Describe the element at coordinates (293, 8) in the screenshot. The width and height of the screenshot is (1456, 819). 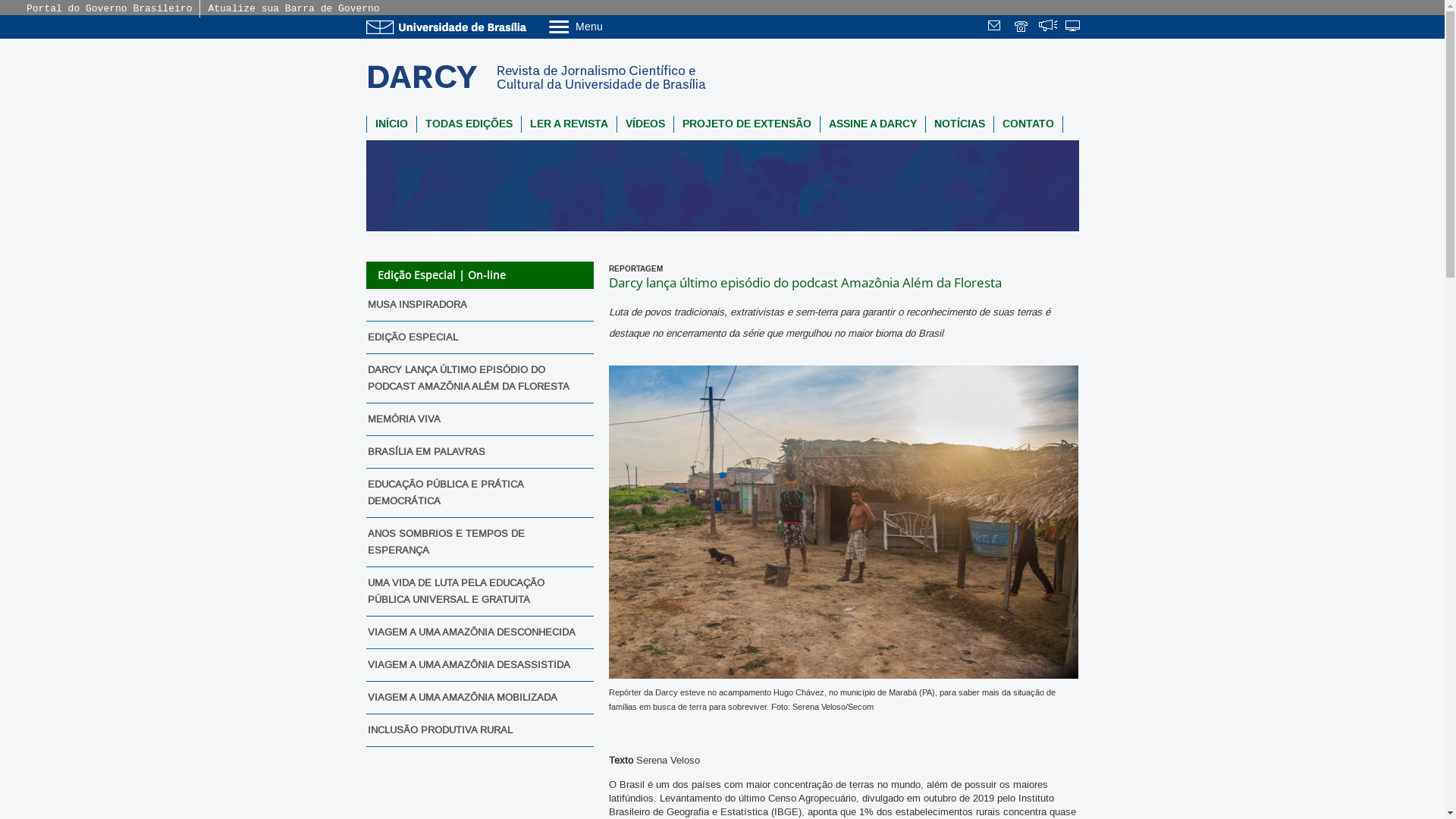
I see `'Atualize sua Barra de Governo'` at that location.